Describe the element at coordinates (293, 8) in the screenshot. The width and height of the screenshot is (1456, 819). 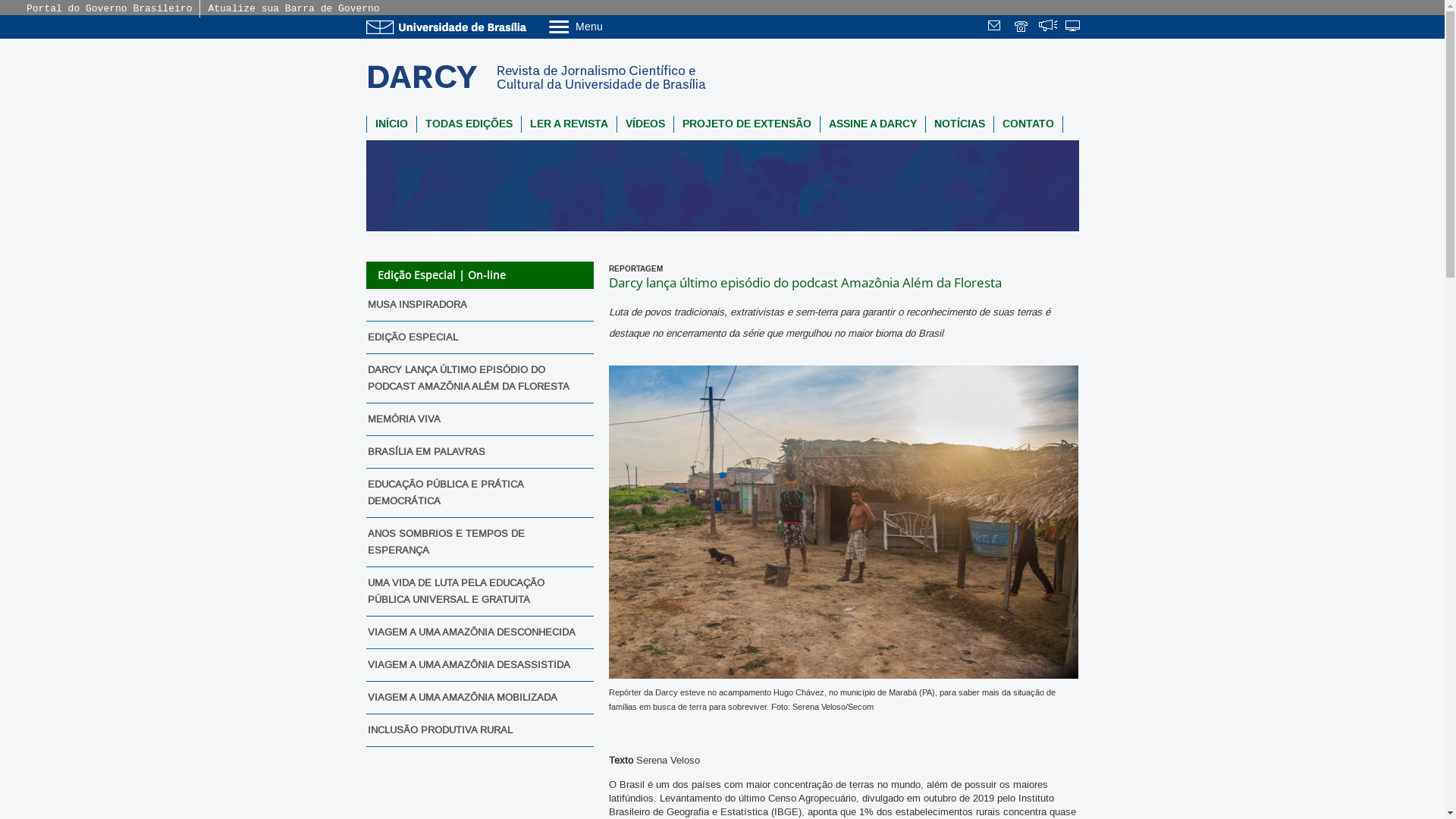
I see `'Atualize sua Barra de Governo'` at that location.